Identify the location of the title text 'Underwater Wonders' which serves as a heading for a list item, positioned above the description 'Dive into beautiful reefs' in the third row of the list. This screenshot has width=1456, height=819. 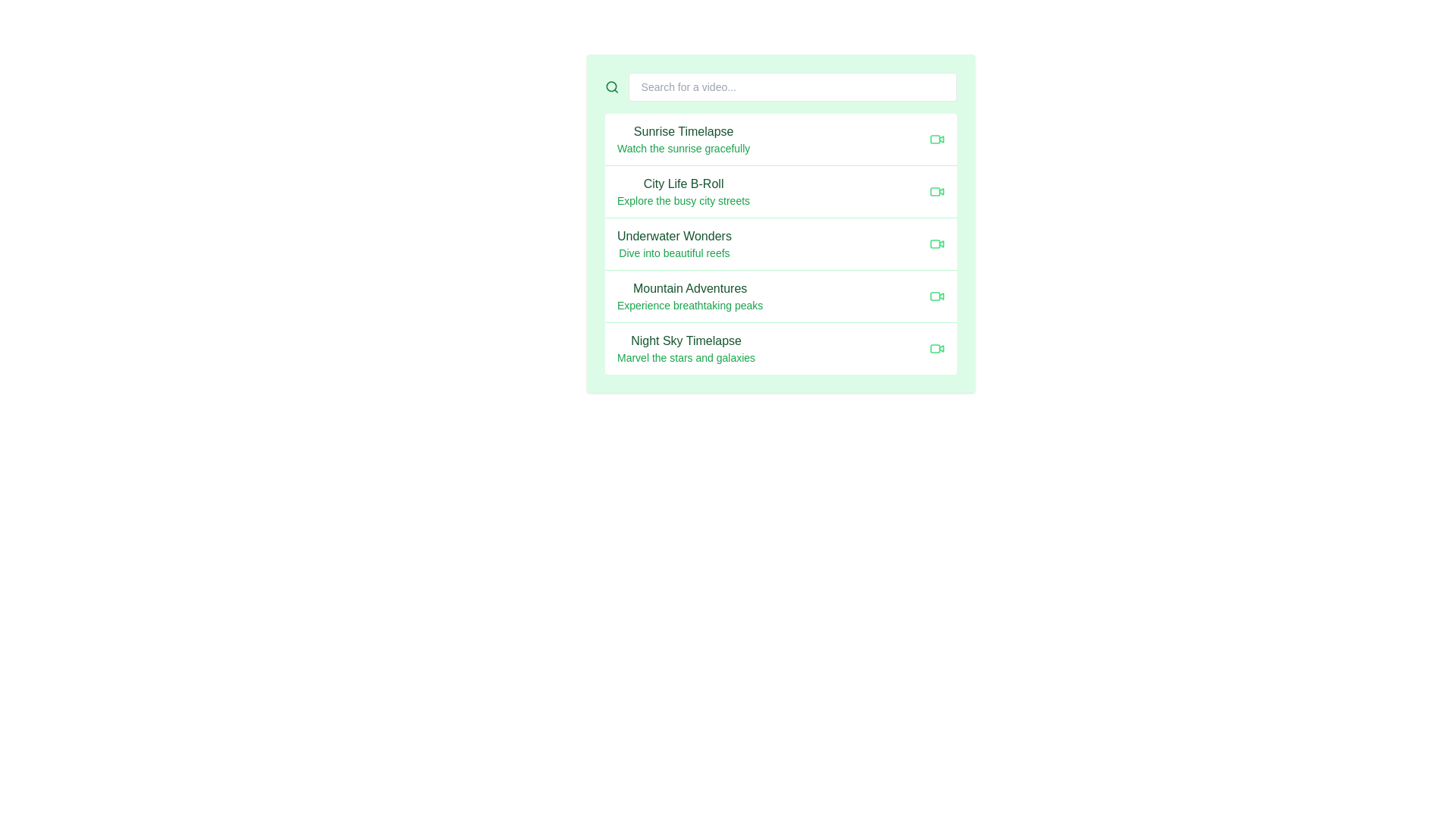
(673, 237).